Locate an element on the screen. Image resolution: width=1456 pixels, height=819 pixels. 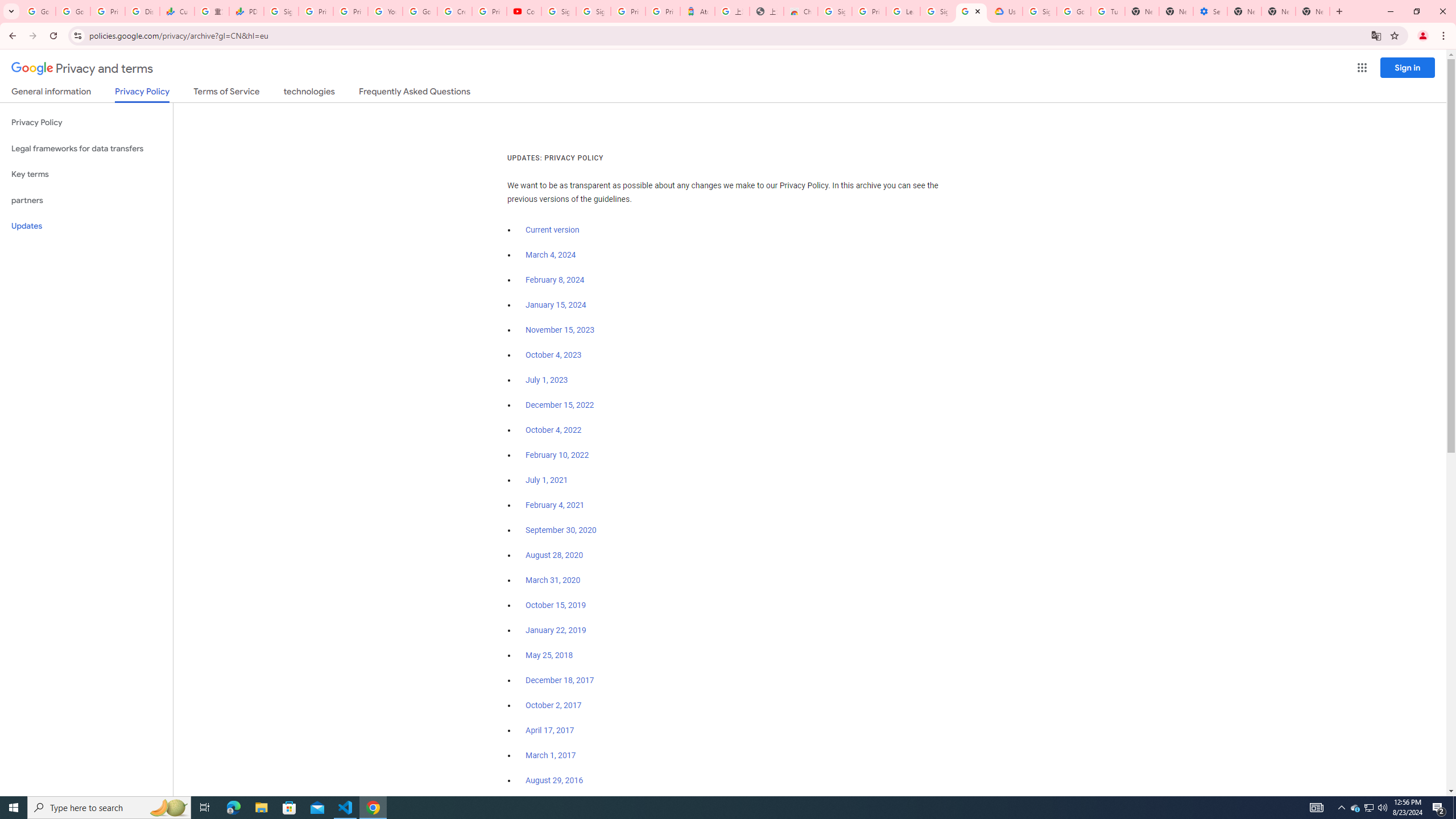
'January 15, 2024' is located at coordinates (556, 305).